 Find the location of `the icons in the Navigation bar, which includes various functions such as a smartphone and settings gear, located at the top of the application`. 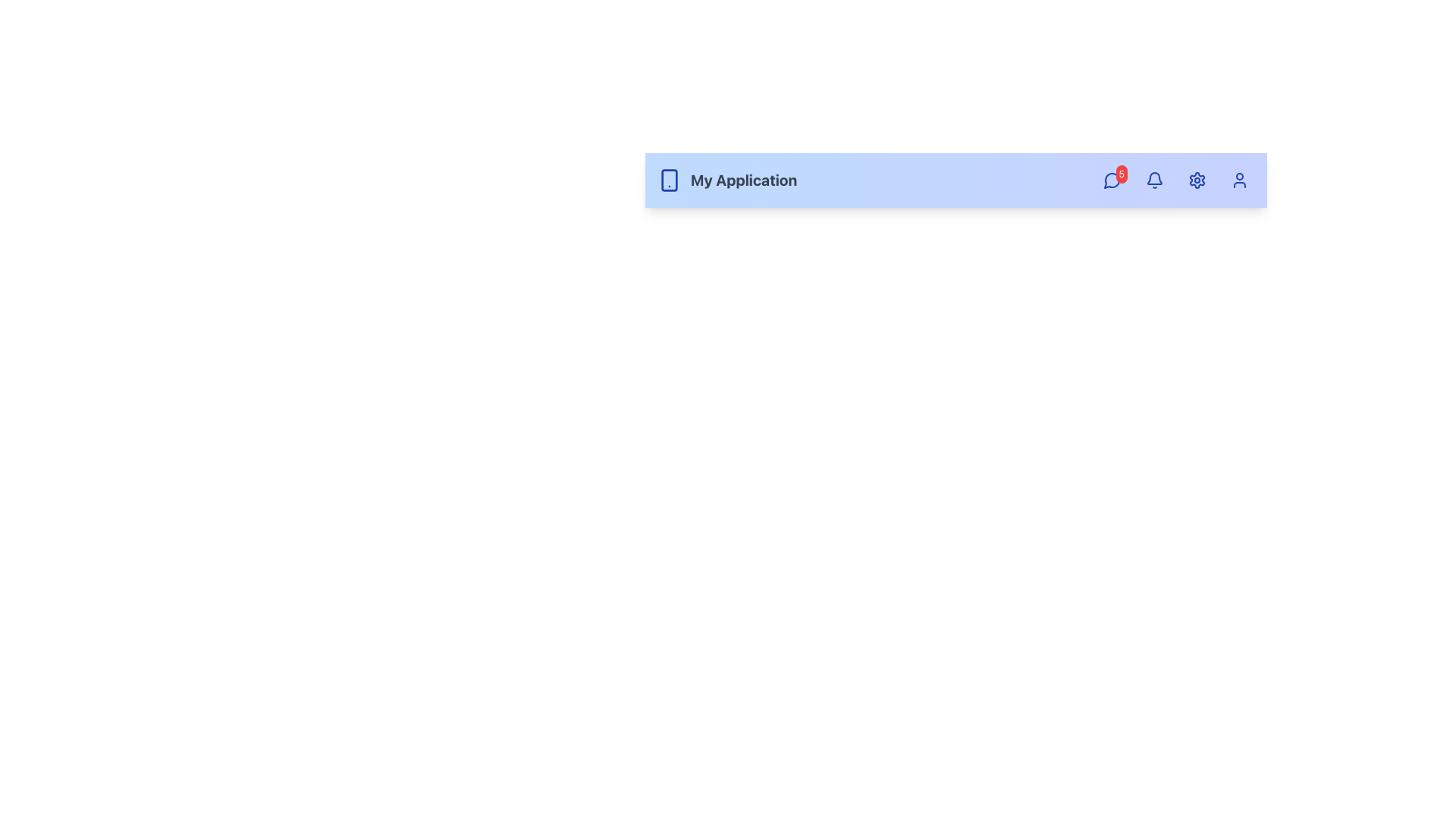

the icons in the Navigation bar, which includes various functions such as a smartphone and settings gear, located at the top of the application is located at coordinates (955, 180).